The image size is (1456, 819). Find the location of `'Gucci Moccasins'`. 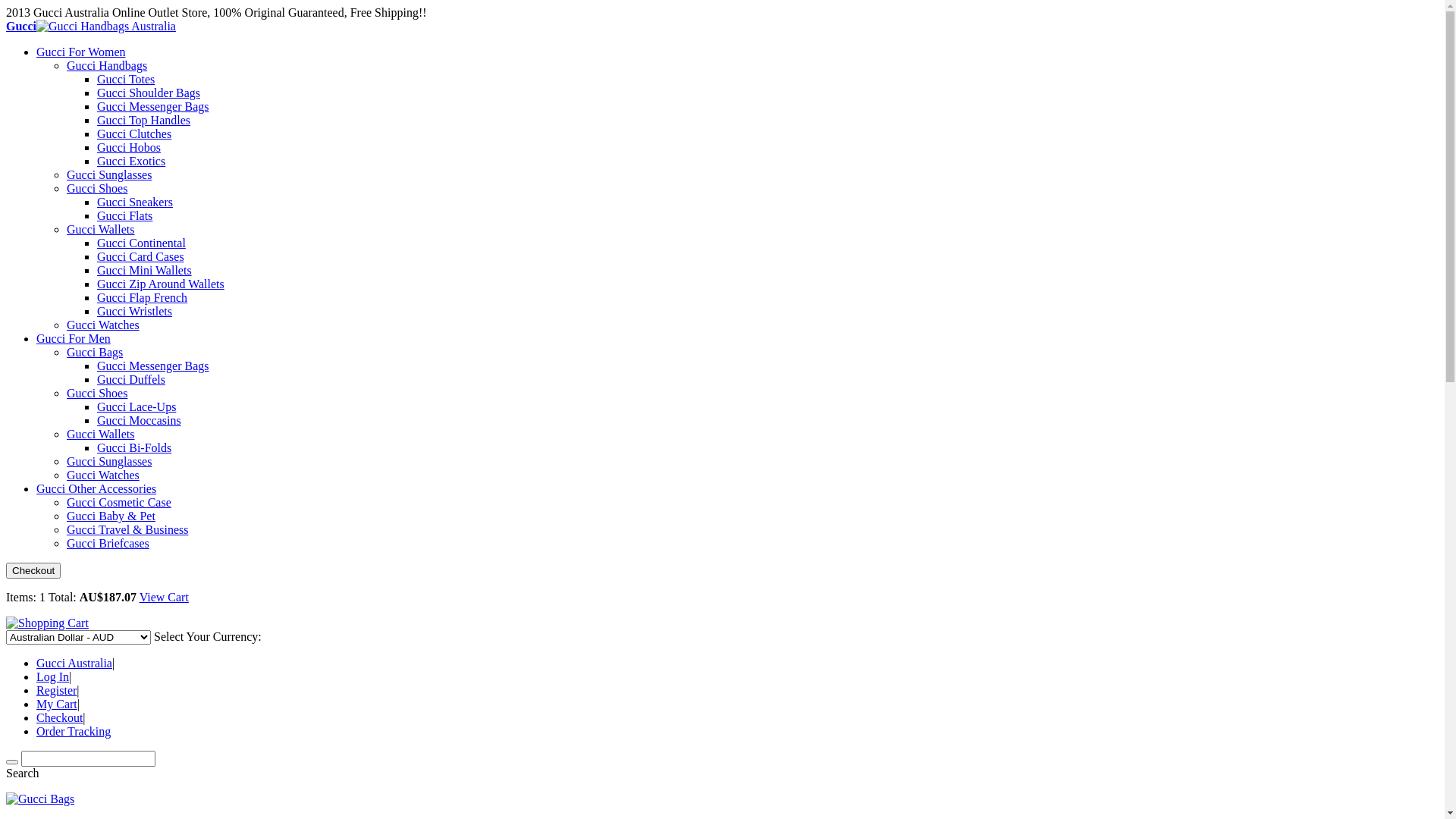

'Gucci Moccasins' is located at coordinates (139, 420).